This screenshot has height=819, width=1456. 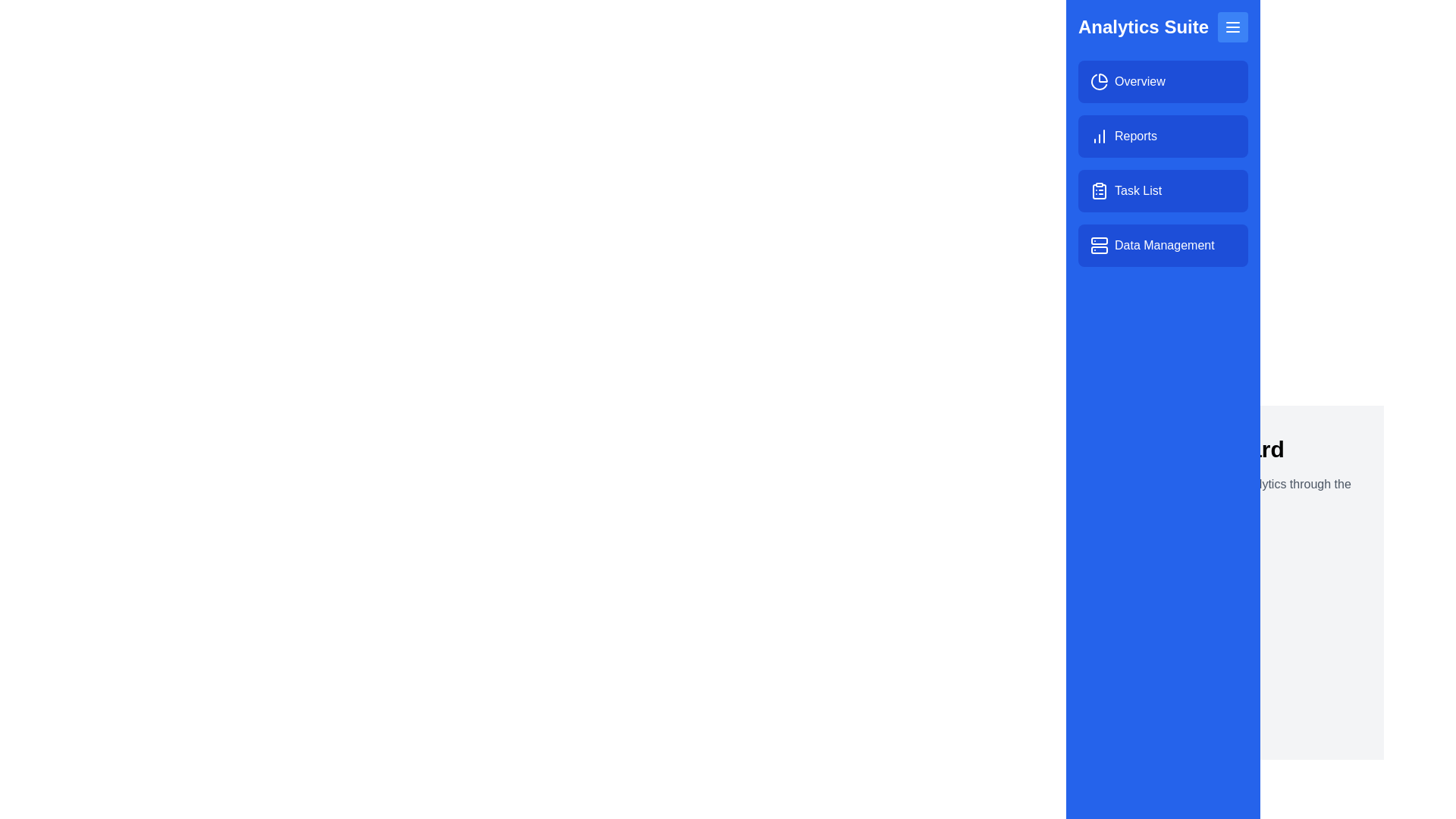 What do you see at coordinates (1225, 449) in the screenshot?
I see `the text element Dashboard for interaction` at bounding box center [1225, 449].